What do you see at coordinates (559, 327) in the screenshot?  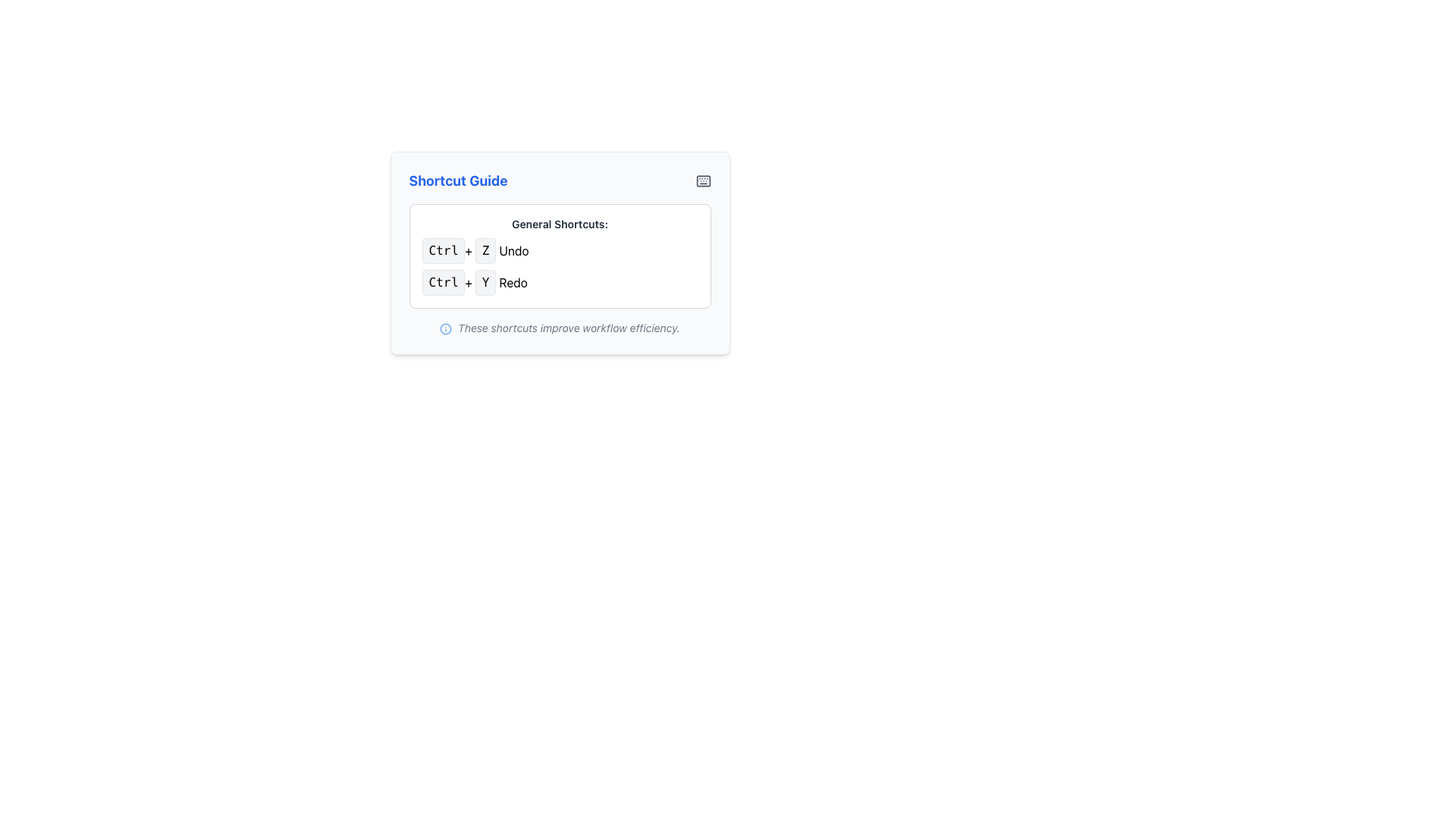 I see `the static text element with an accompanying blue-tinted icon located at the bottom of the content area displaying shortcuts, which is styled in a smaller italicized font` at bounding box center [559, 327].